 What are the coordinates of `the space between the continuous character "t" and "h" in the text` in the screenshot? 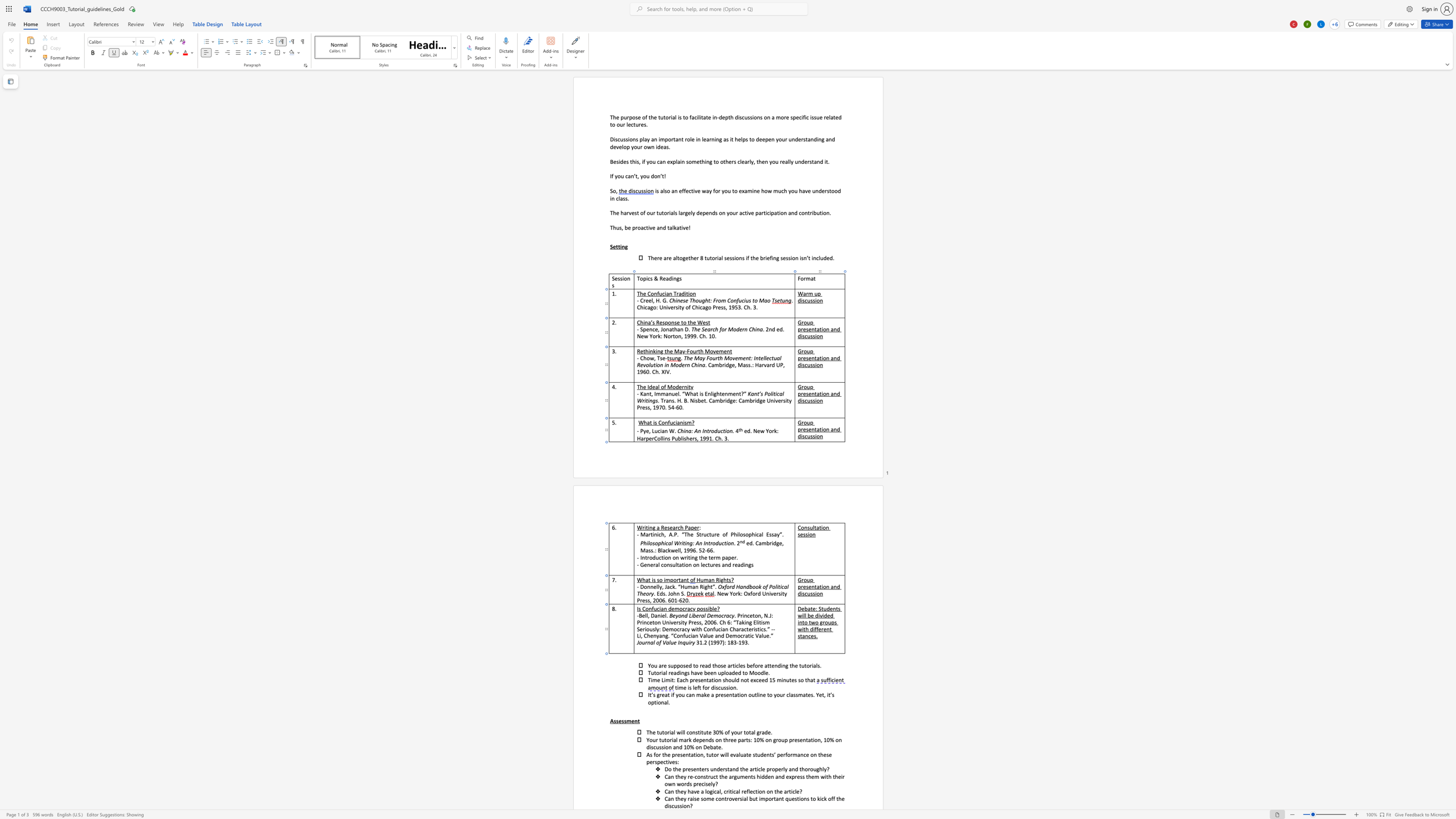 It's located at (699, 629).